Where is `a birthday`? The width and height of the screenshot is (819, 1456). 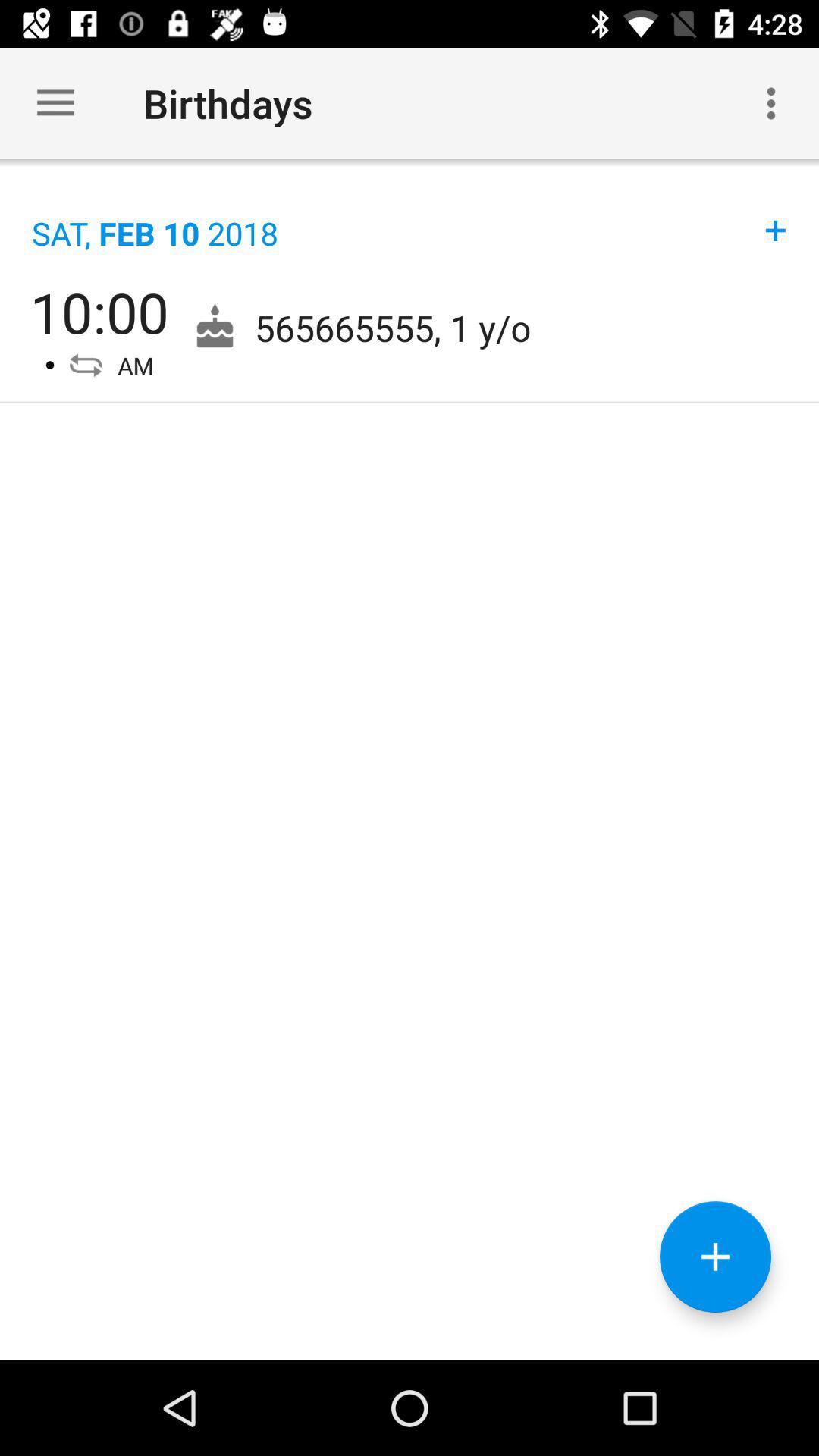 a birthday is located at coordinates (715, 1257).